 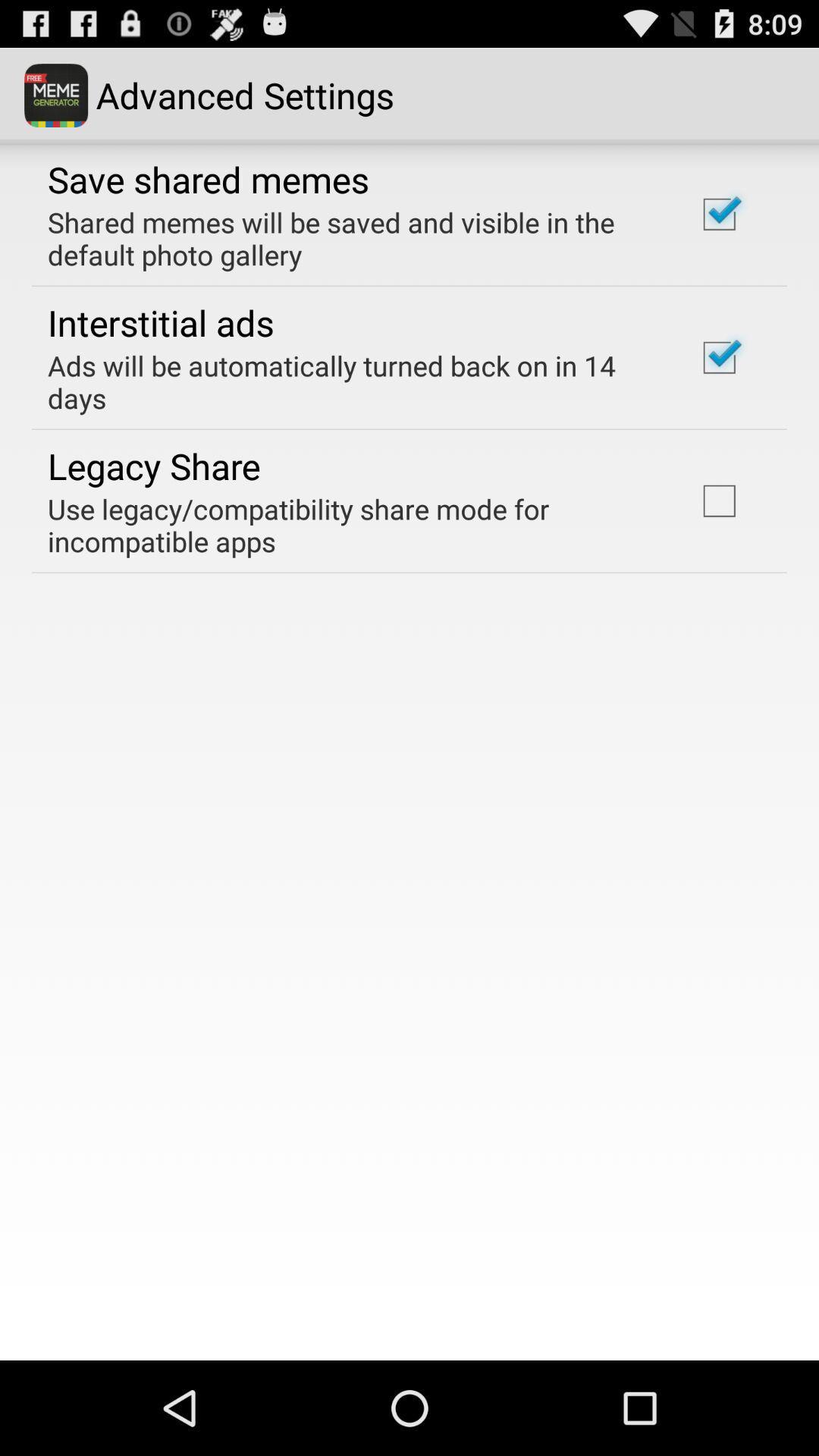 I want to click on the use legacy compatibility at the center, so click(x=351, y=525).